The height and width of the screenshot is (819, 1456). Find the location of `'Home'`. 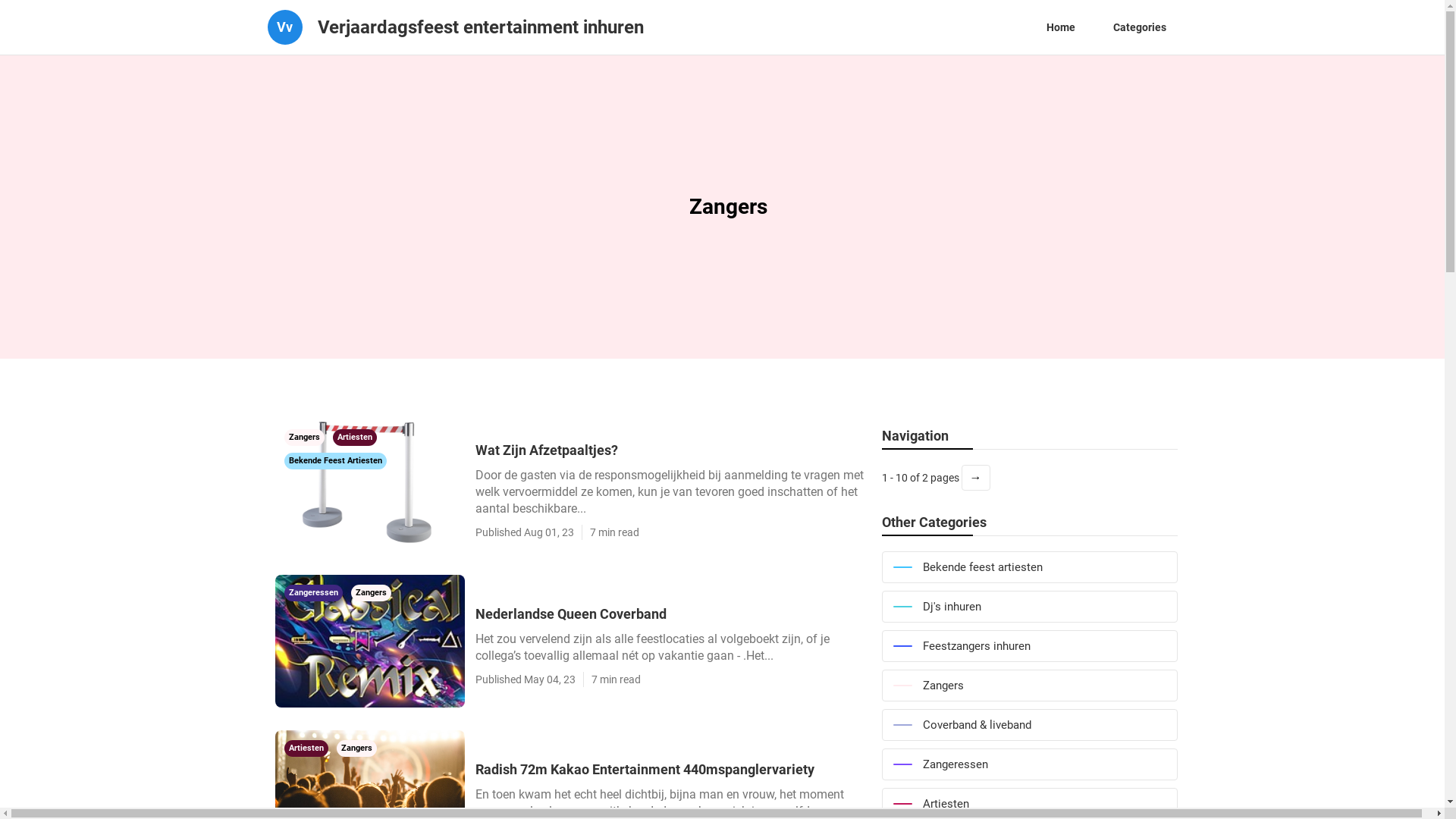

'Home' is located at coordinates (1033, 27).